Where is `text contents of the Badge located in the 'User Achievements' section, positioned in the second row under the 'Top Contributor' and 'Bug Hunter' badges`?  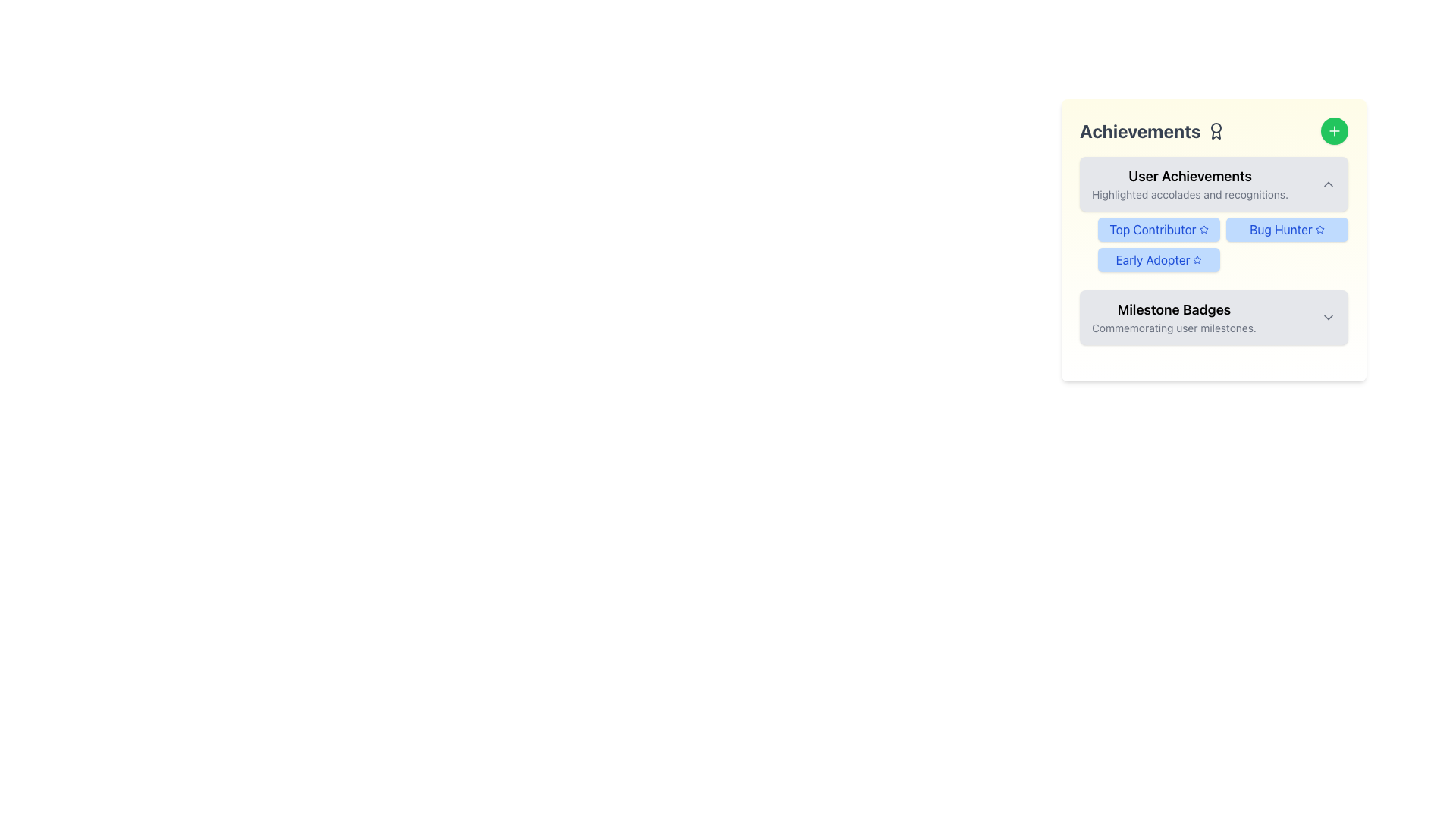
text contents of the Badge located in the 'User Achievements' section, positioned in the second row under the 'Top Contributor' and 'Bug Hunter' badges is located at coordinates (1158, 259).